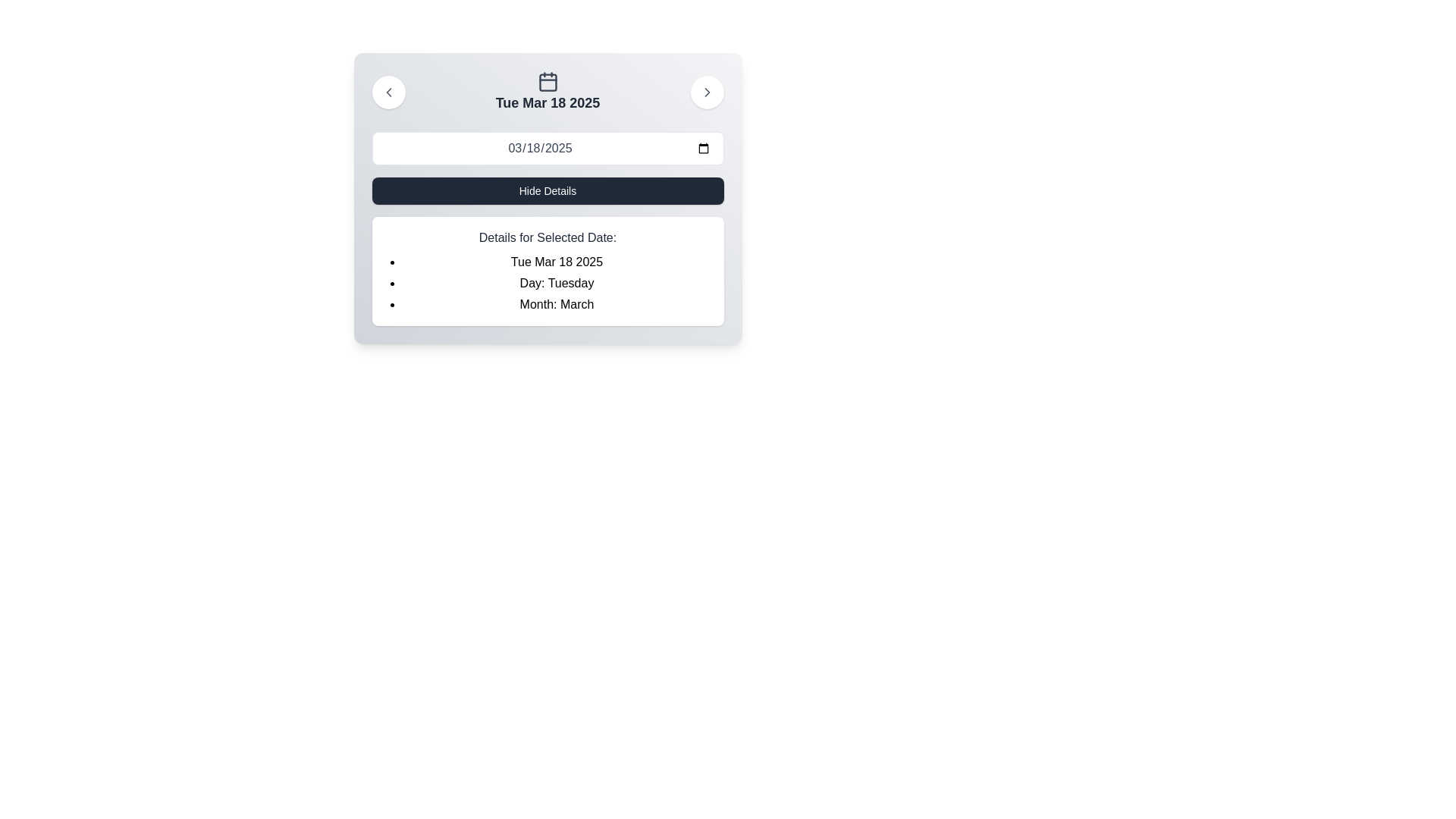 This screenshot has height=819, width=1456. What do you see at coordinates (556, 262) in the screenshot?
I see `the static text displaying 'Tue Mar 18 2025', which is the first item in the bullet point list under the section titled 'Details for Selected Date'` at bounding box center [556, 262].